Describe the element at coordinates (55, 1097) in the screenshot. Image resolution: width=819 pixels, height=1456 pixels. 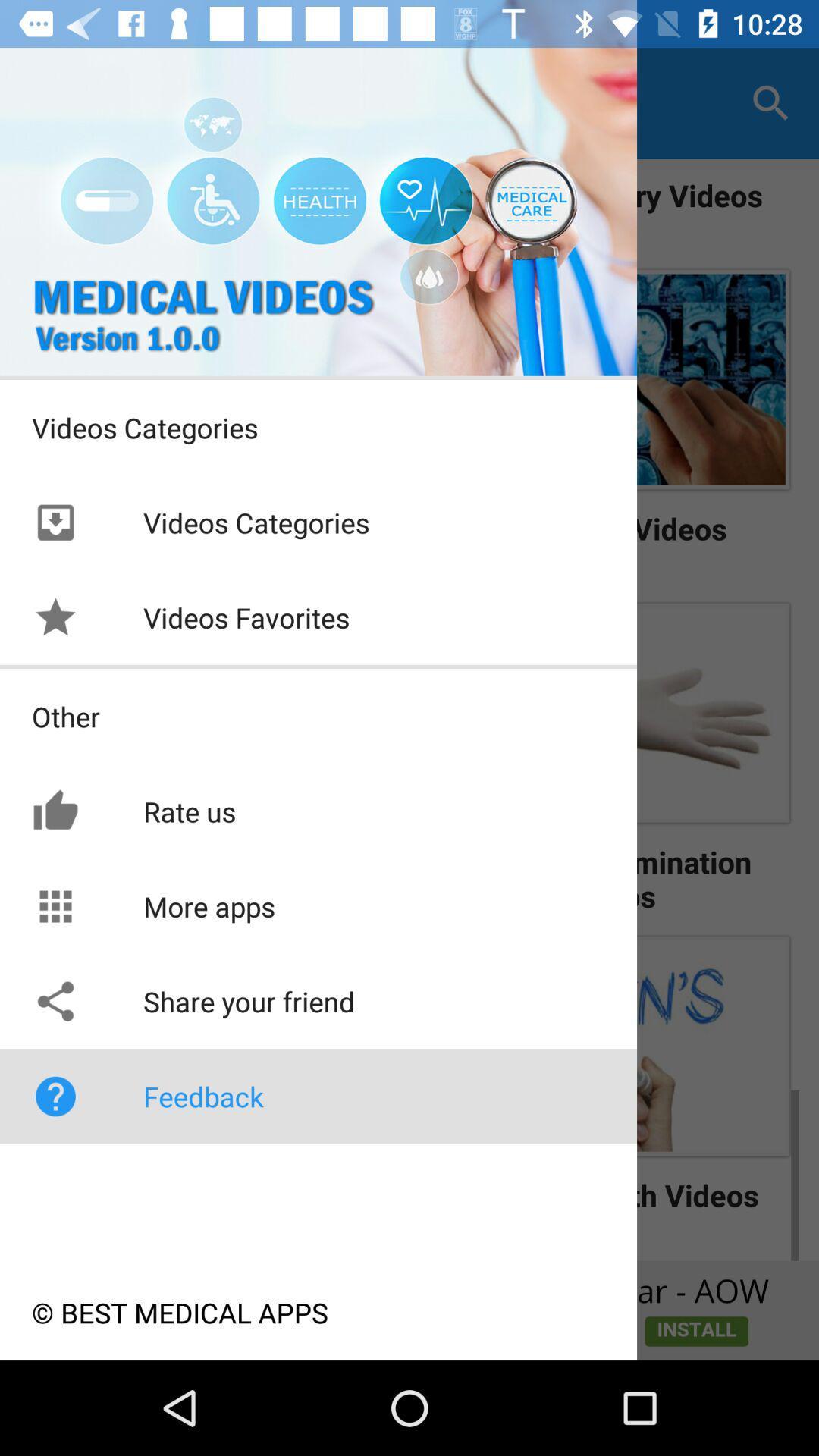
I see `the feedback icon` at that location.